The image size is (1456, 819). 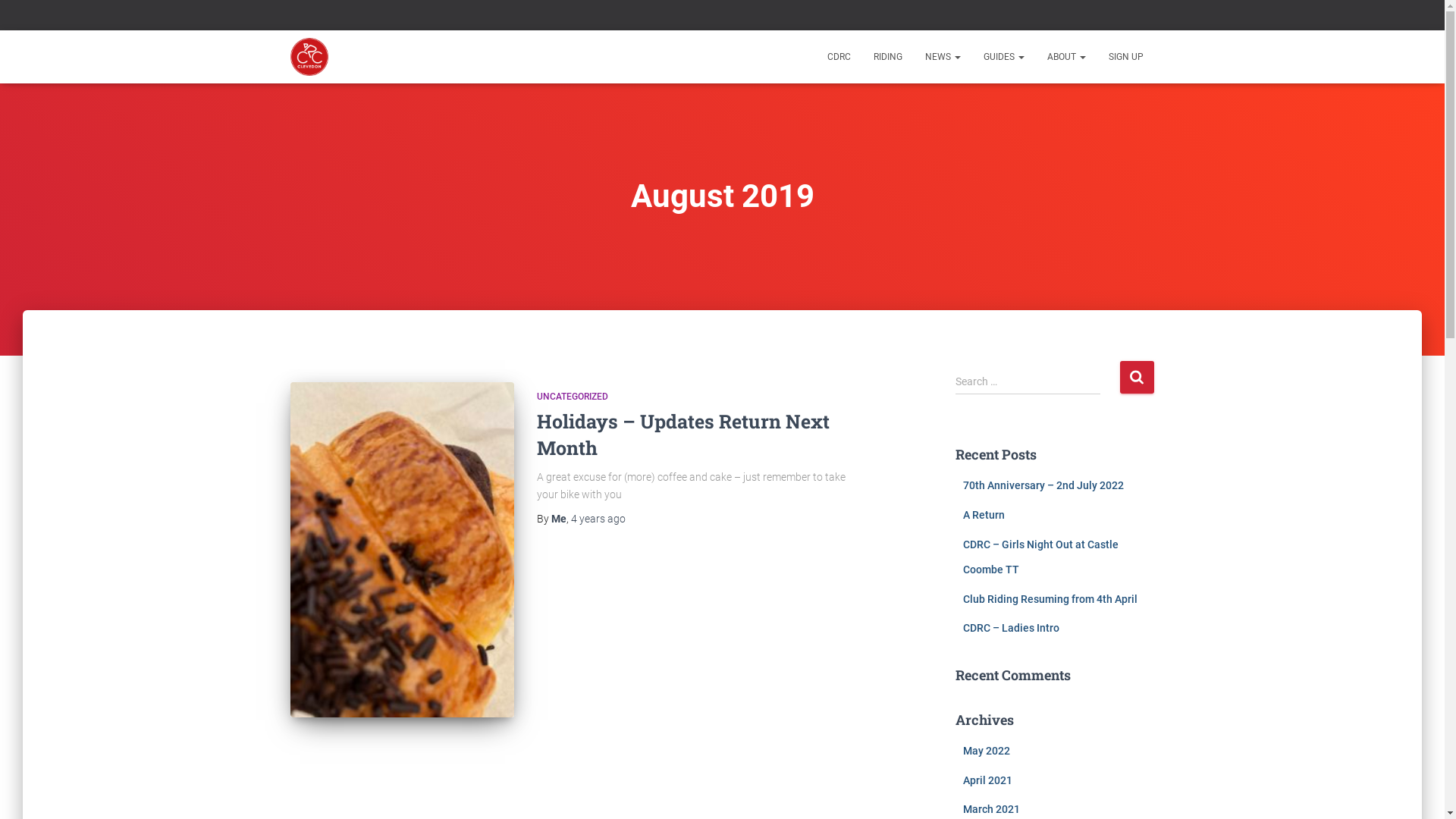 I want to click on 'UNCATEGORIZED', so click(x=537, y=396).